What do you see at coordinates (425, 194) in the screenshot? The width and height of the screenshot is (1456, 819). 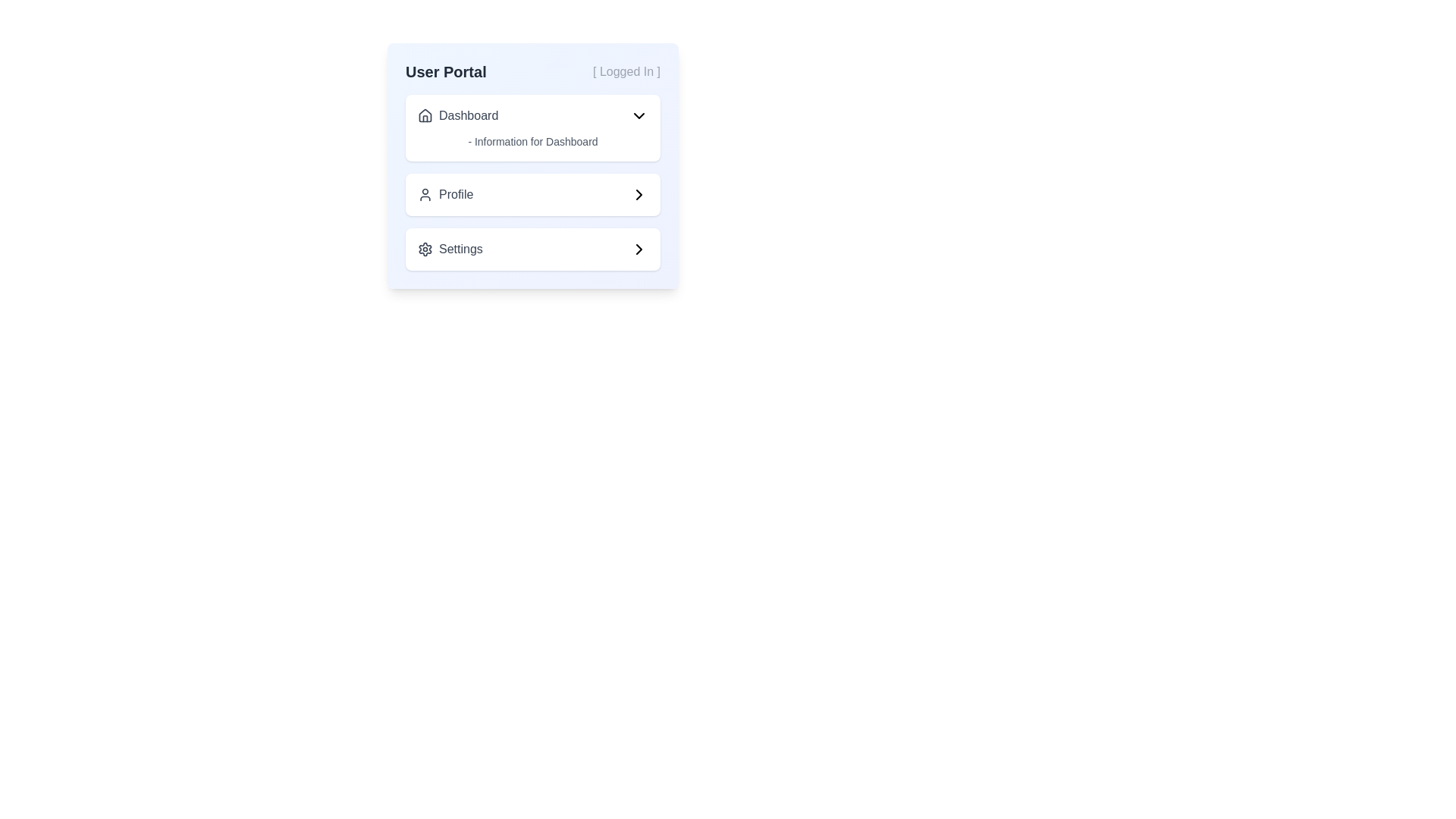 I see `the user profile icon located to the left of the 'Profile' label in the second row of the menu list` at bounding box center [425, 194].